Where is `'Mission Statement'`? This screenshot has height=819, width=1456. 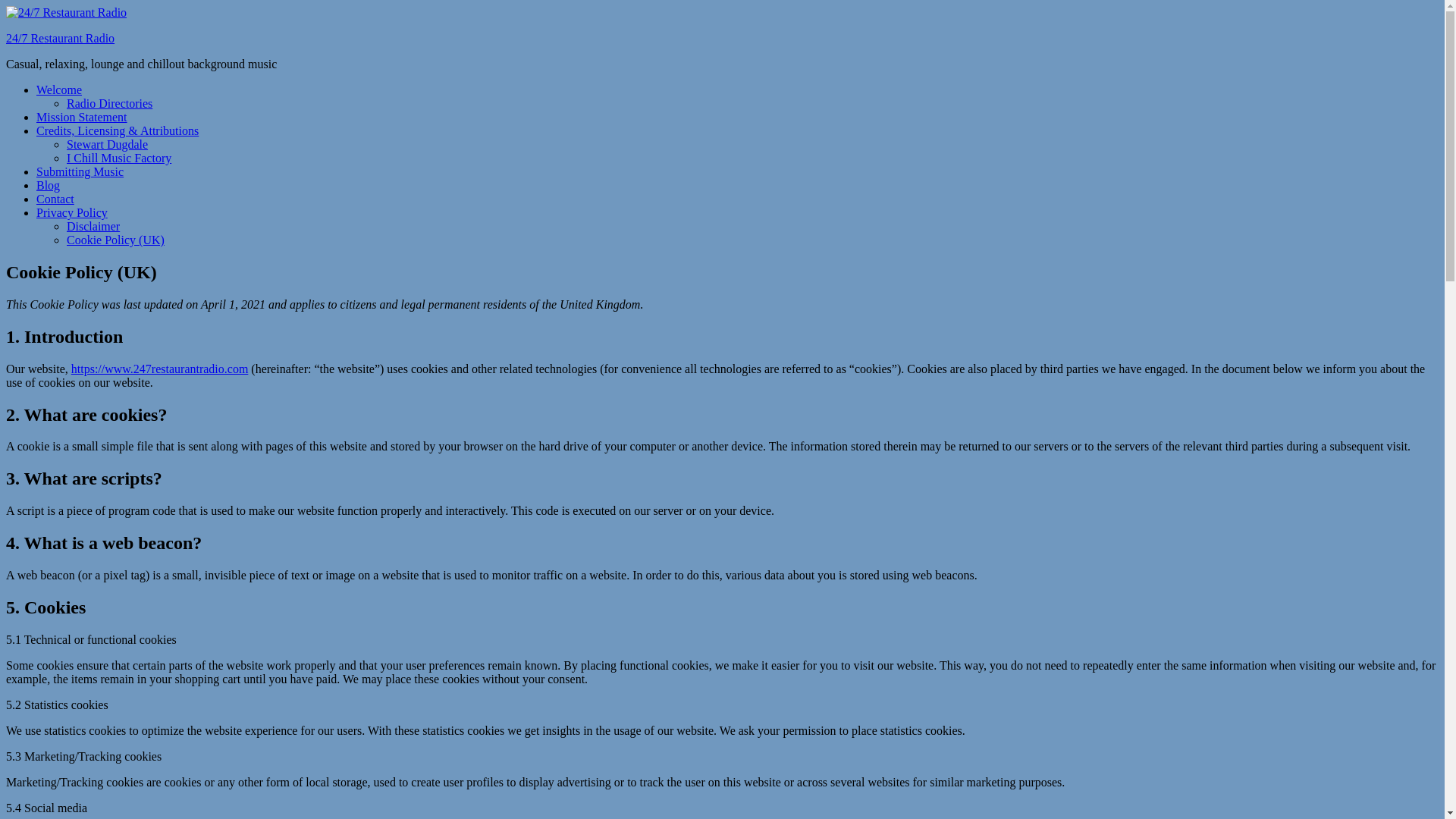
'Mission Statement' is located at coordinates (80, 116).